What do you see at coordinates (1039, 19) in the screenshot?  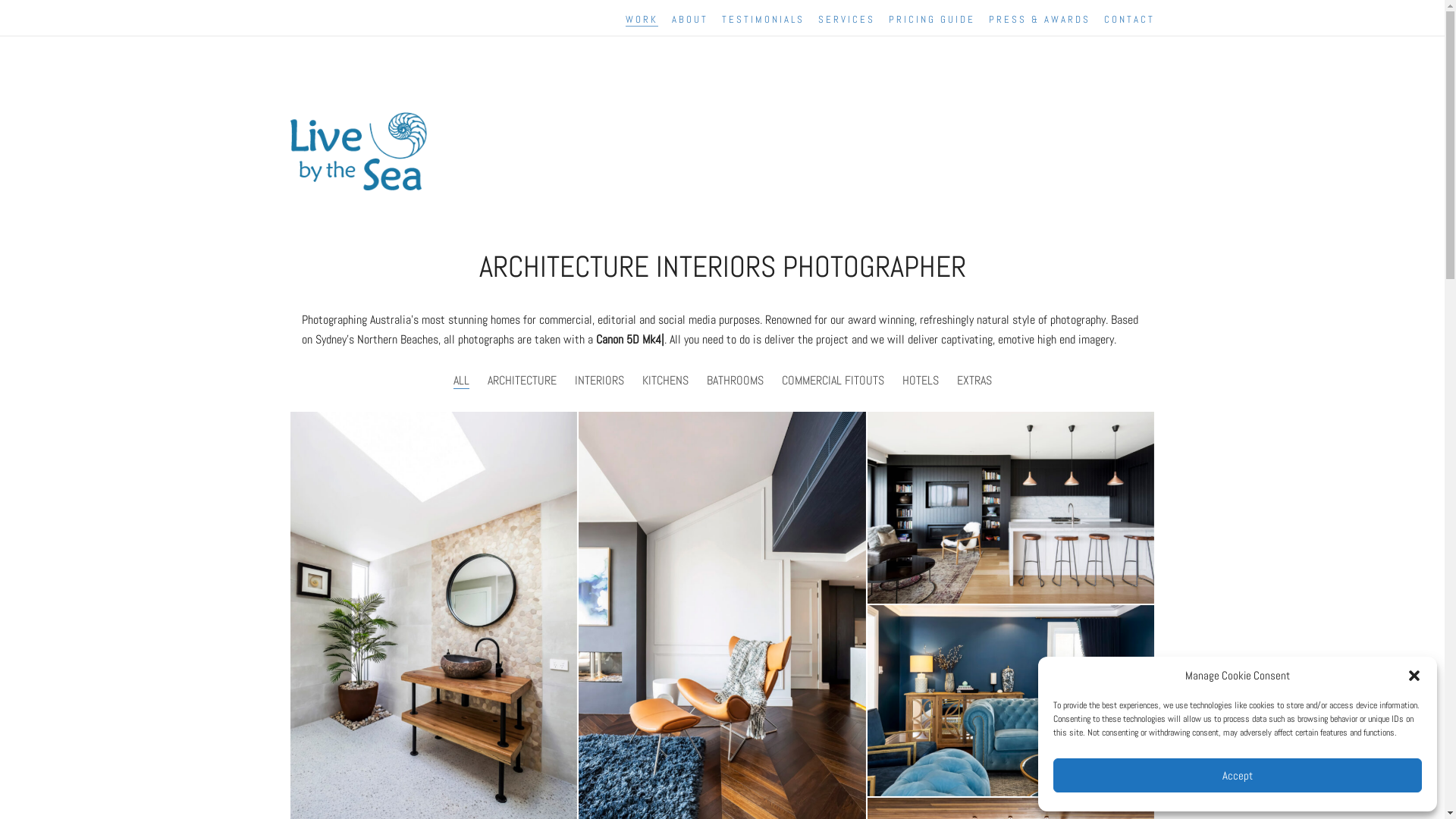 I see `'PRESS & AWARDS'` at bounding box center [1039, 19].